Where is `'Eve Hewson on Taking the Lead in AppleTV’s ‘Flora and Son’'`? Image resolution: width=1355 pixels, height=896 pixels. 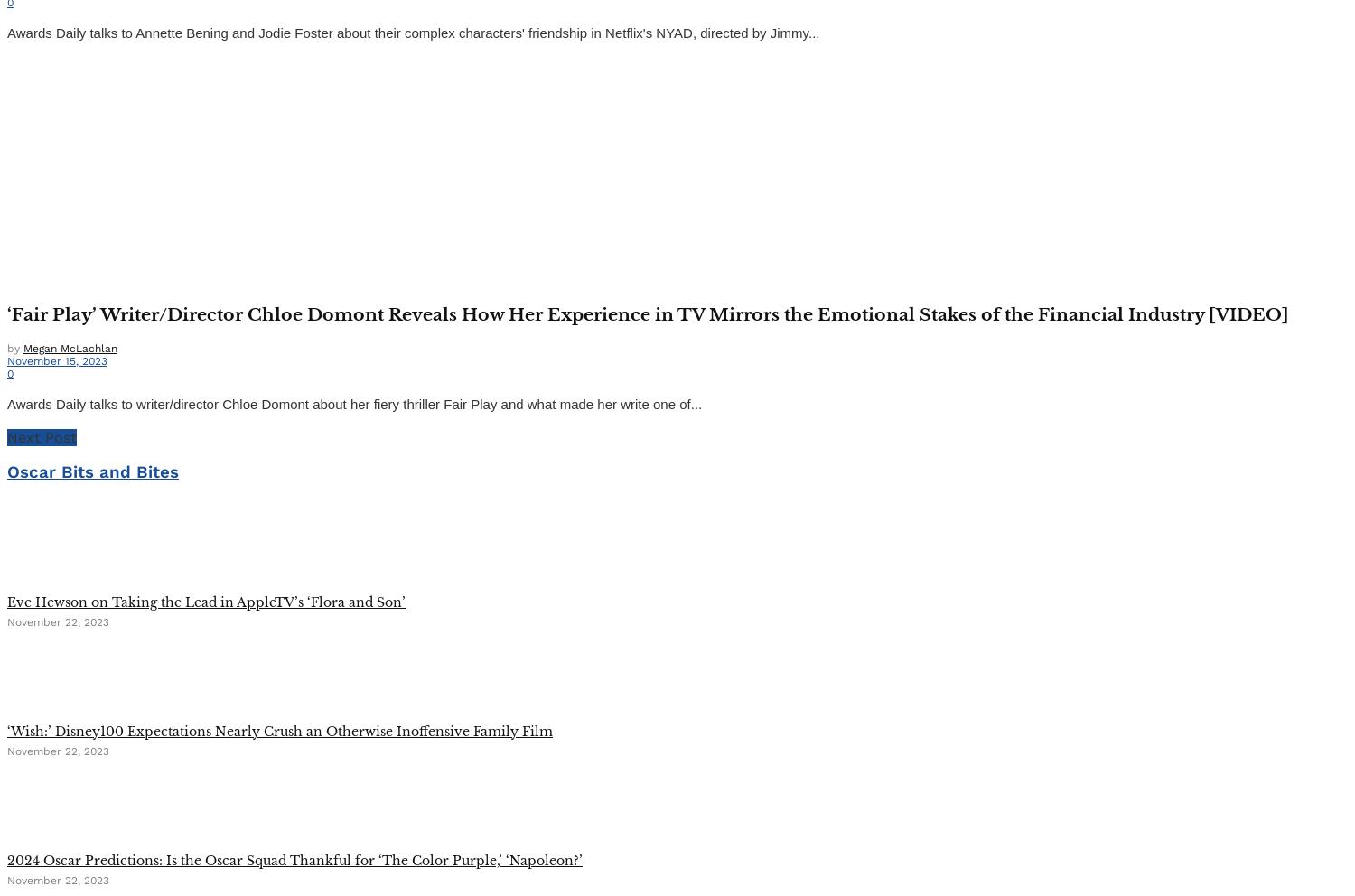 'Eve Hewson on Taking the Lead in AppleTV’s ‘Flora and Son’' is located at coordinates (205, 601).